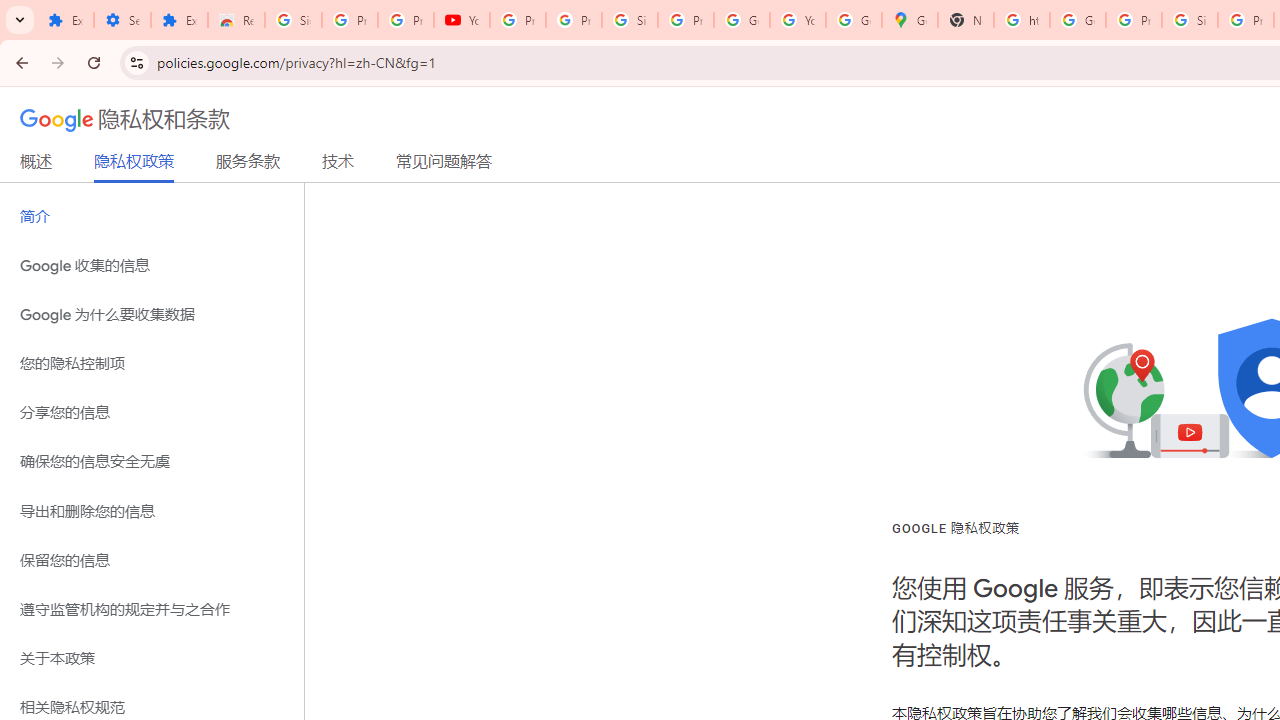  I want to click on 'Google Maps', so click(909, 20).